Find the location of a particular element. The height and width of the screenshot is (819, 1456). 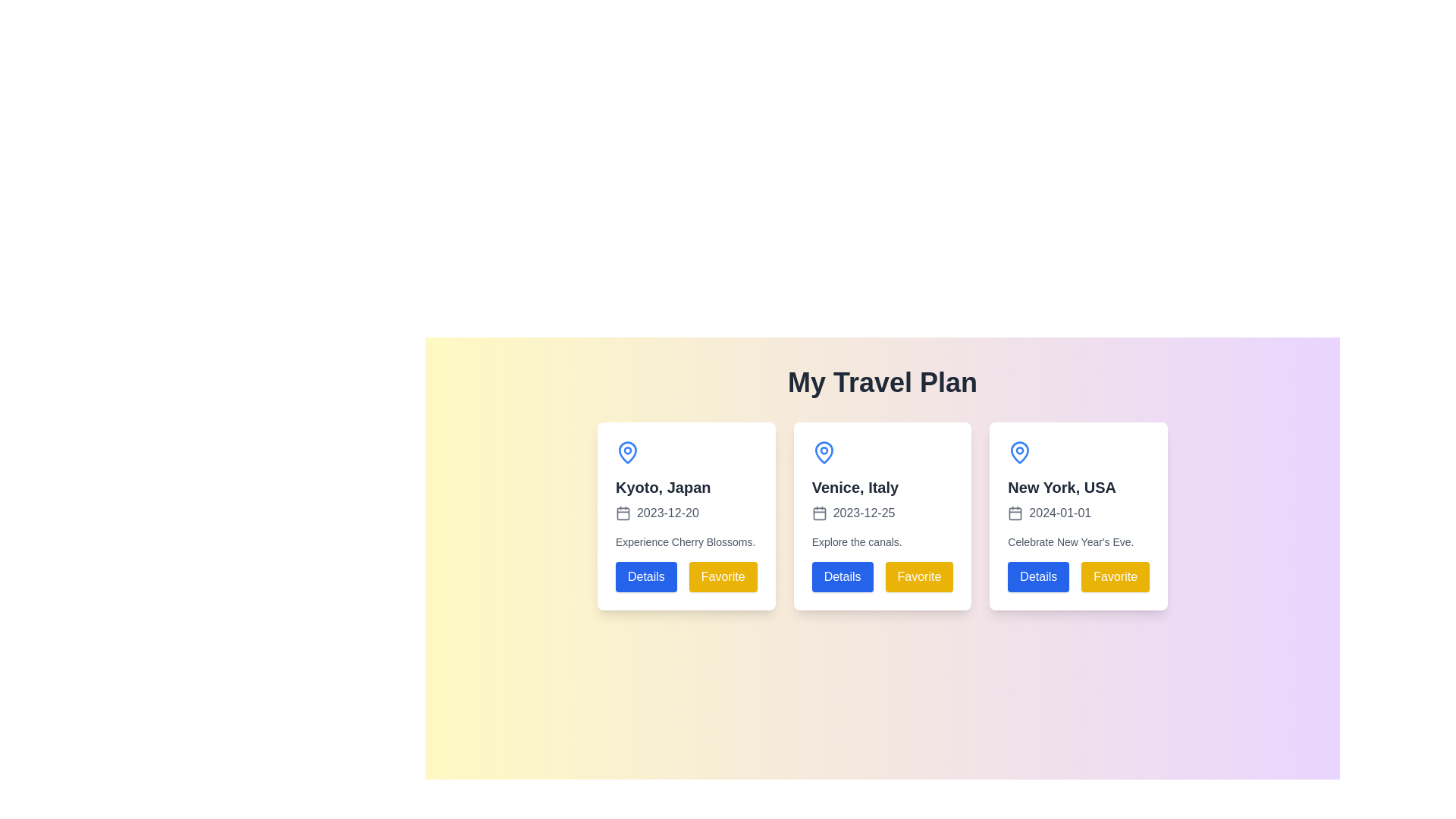

title 'Venice, Italy', which is a bold text label located in the central card of three within the travel plan section is located at coordinates (855, 488).